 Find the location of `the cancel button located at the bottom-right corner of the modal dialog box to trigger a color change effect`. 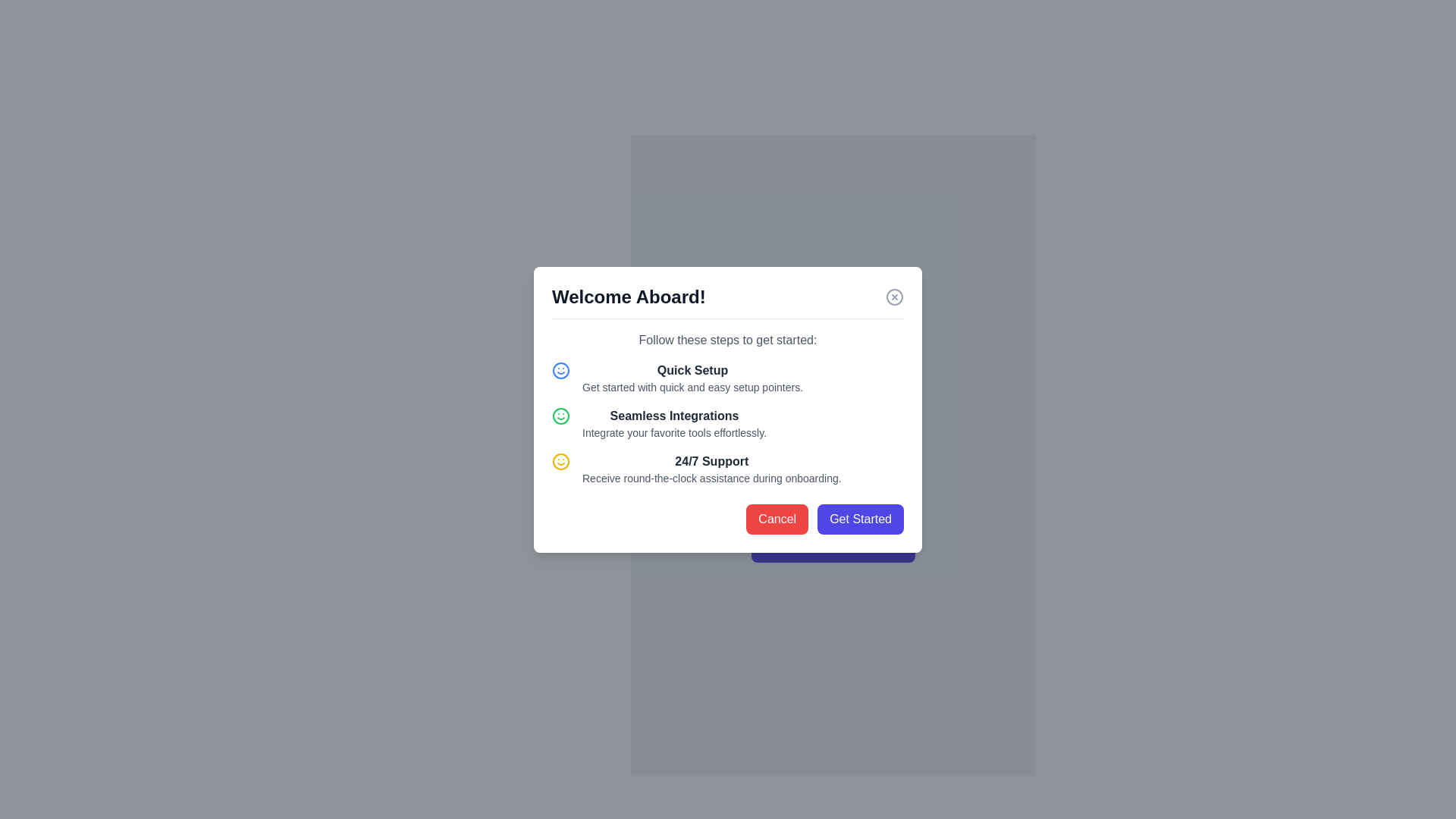

the cancel button located at the bottom-right corner of the modal dialog box to trigger a color change effect is located at coordinates (777, 518).